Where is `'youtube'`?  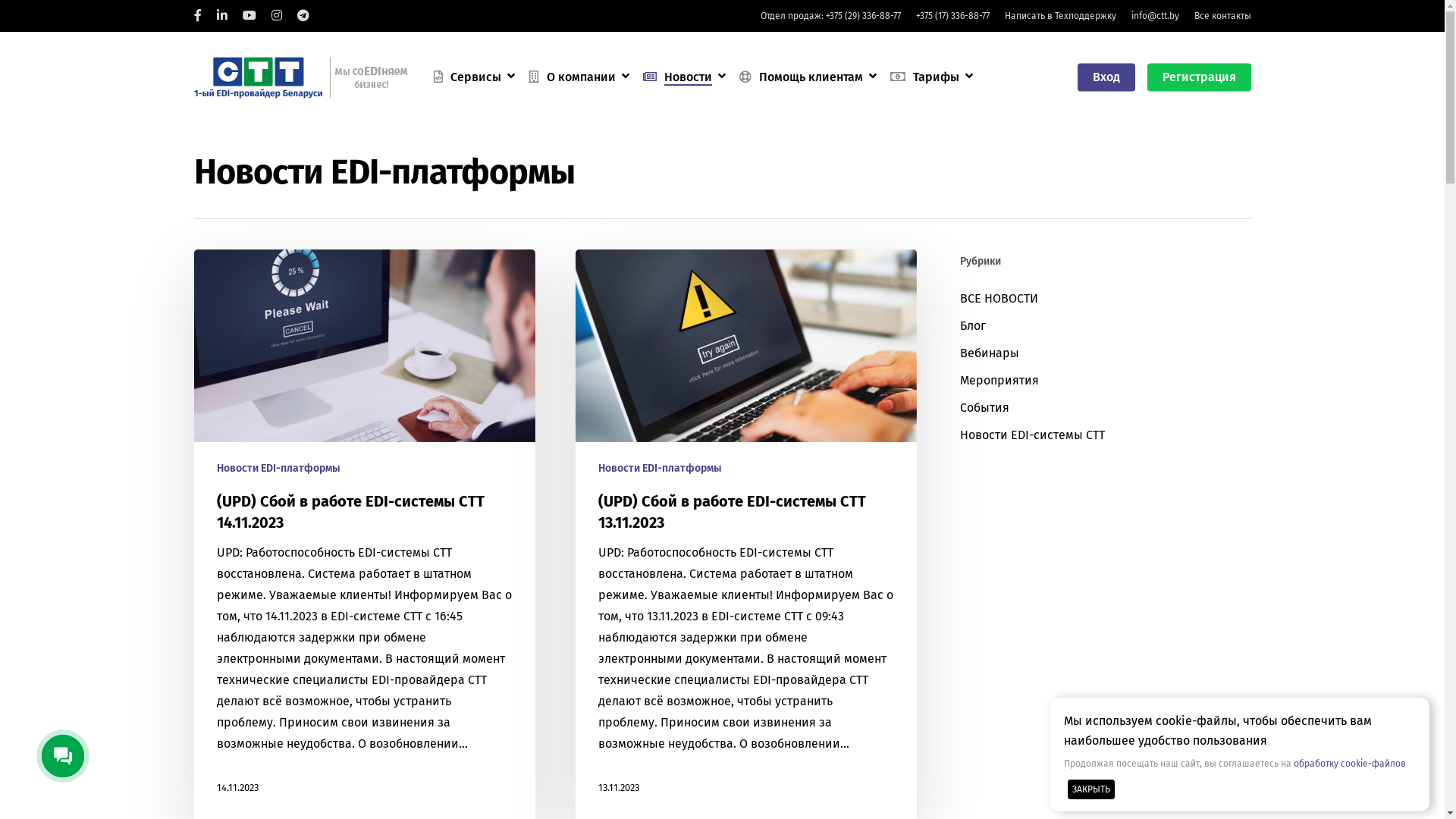 'youtube' is located at coordinates (249, 15).